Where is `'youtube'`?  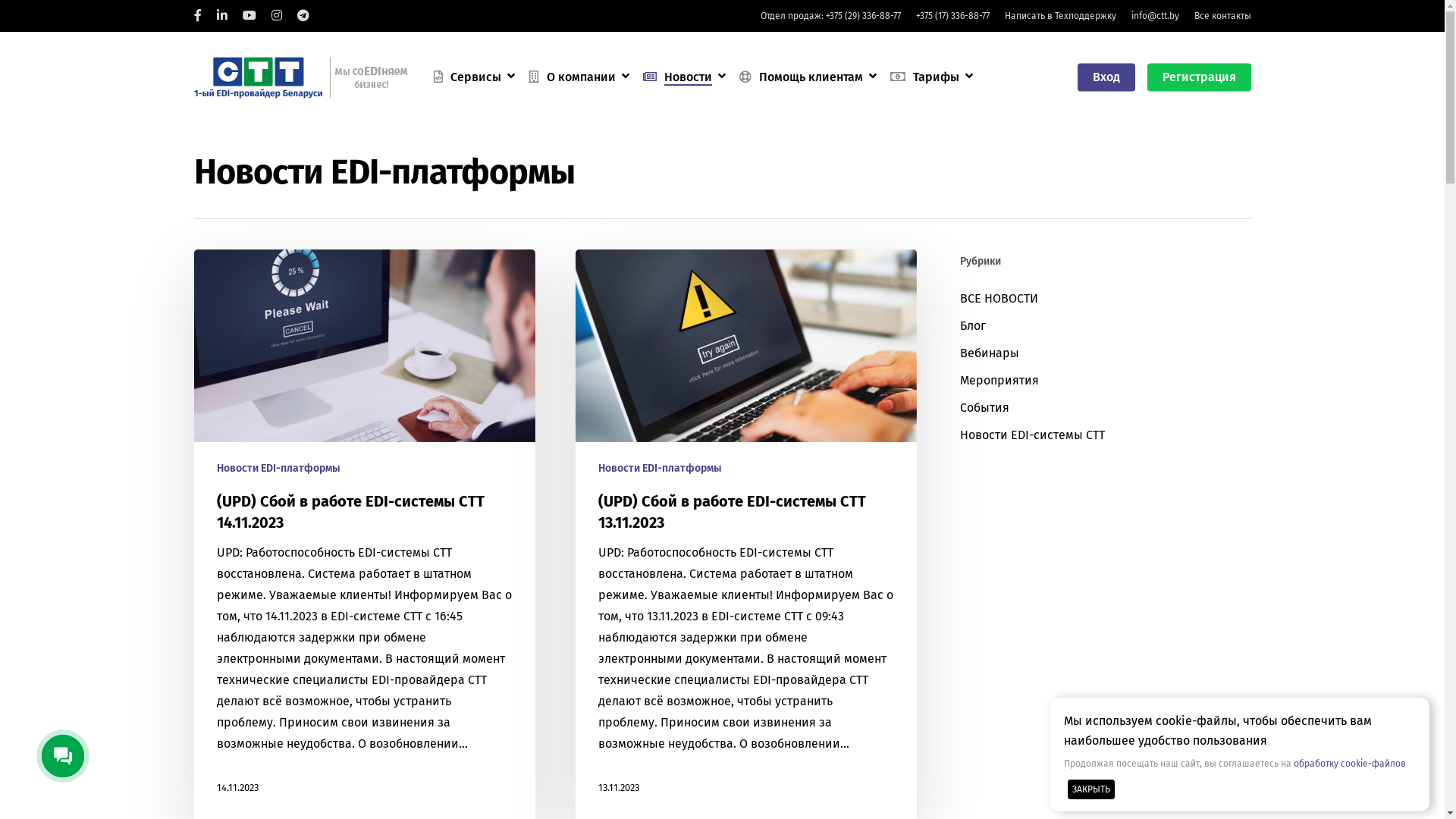 'youtube' is located at coordinates (249, 15).